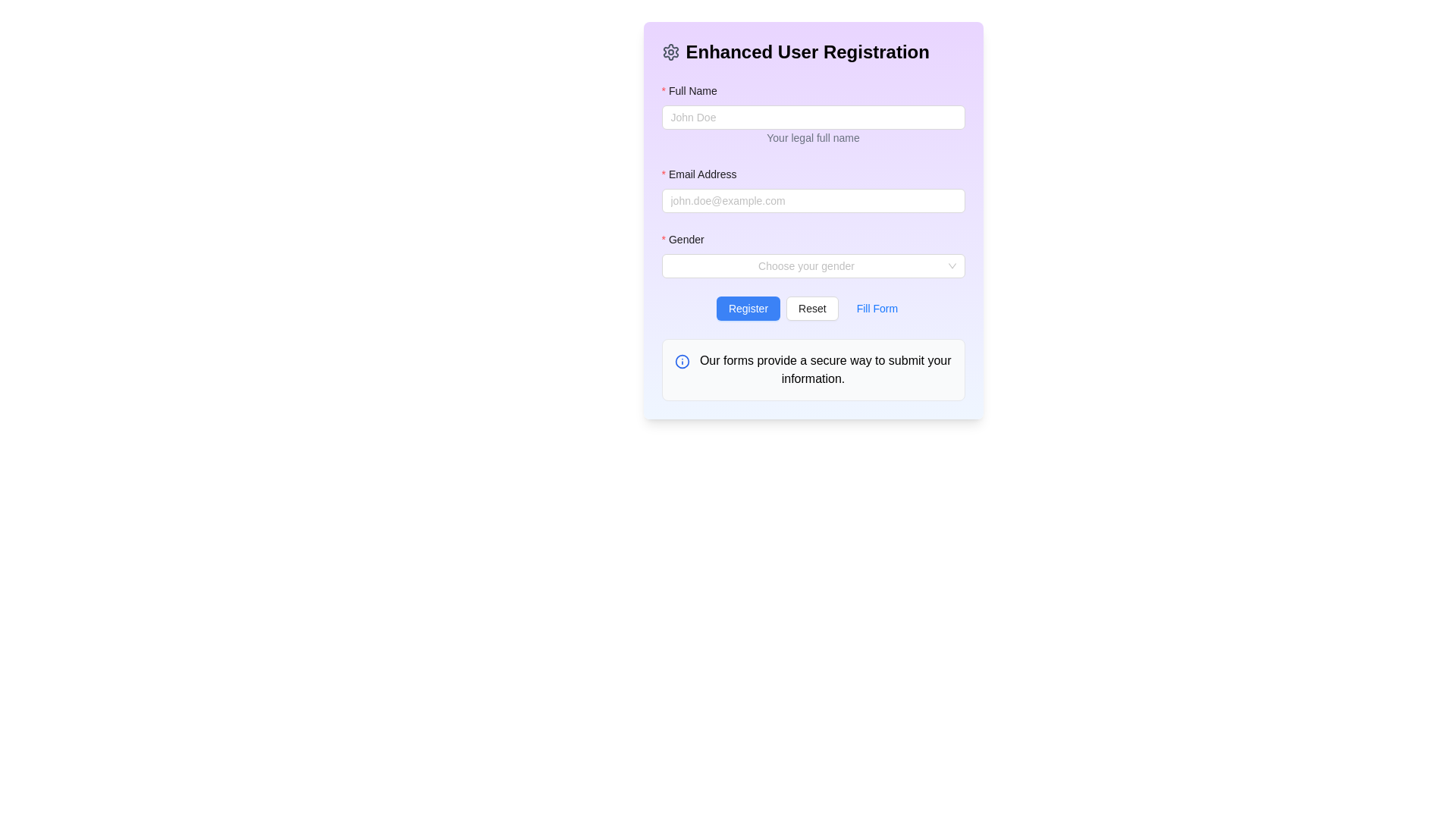  I want to click on the static text label providing guidance for the 'Full Name' field in the Enhanced User Registration form, so click(812, 137).